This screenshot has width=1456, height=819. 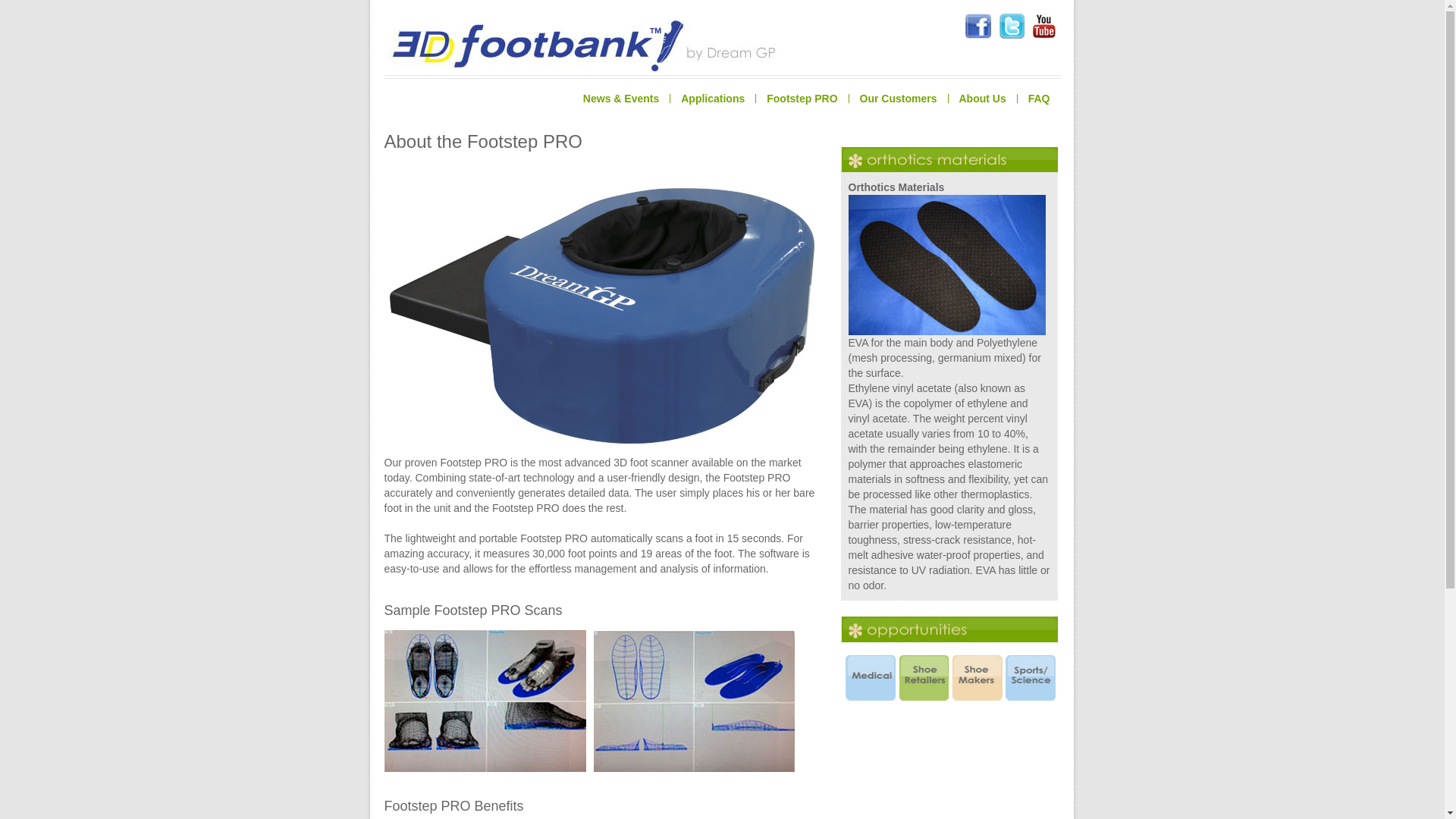 What do you see at coordinates (1037, 99) in the screenshot?
I see `'FAQ'` at bounding box center [1037, 99].